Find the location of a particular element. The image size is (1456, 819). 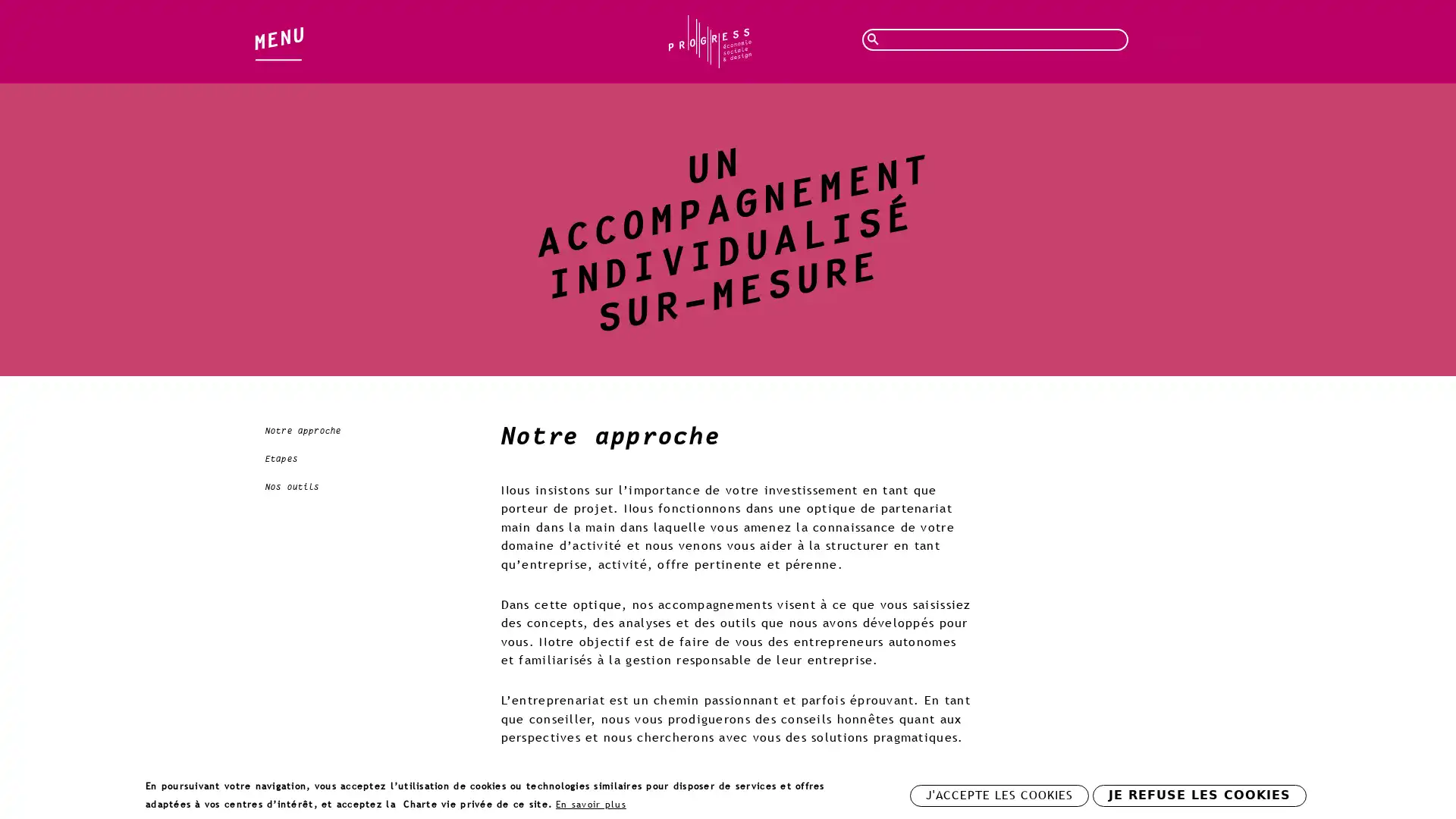

J'ACCEPTE LES COOKIES is located at coordinates (999, 795).